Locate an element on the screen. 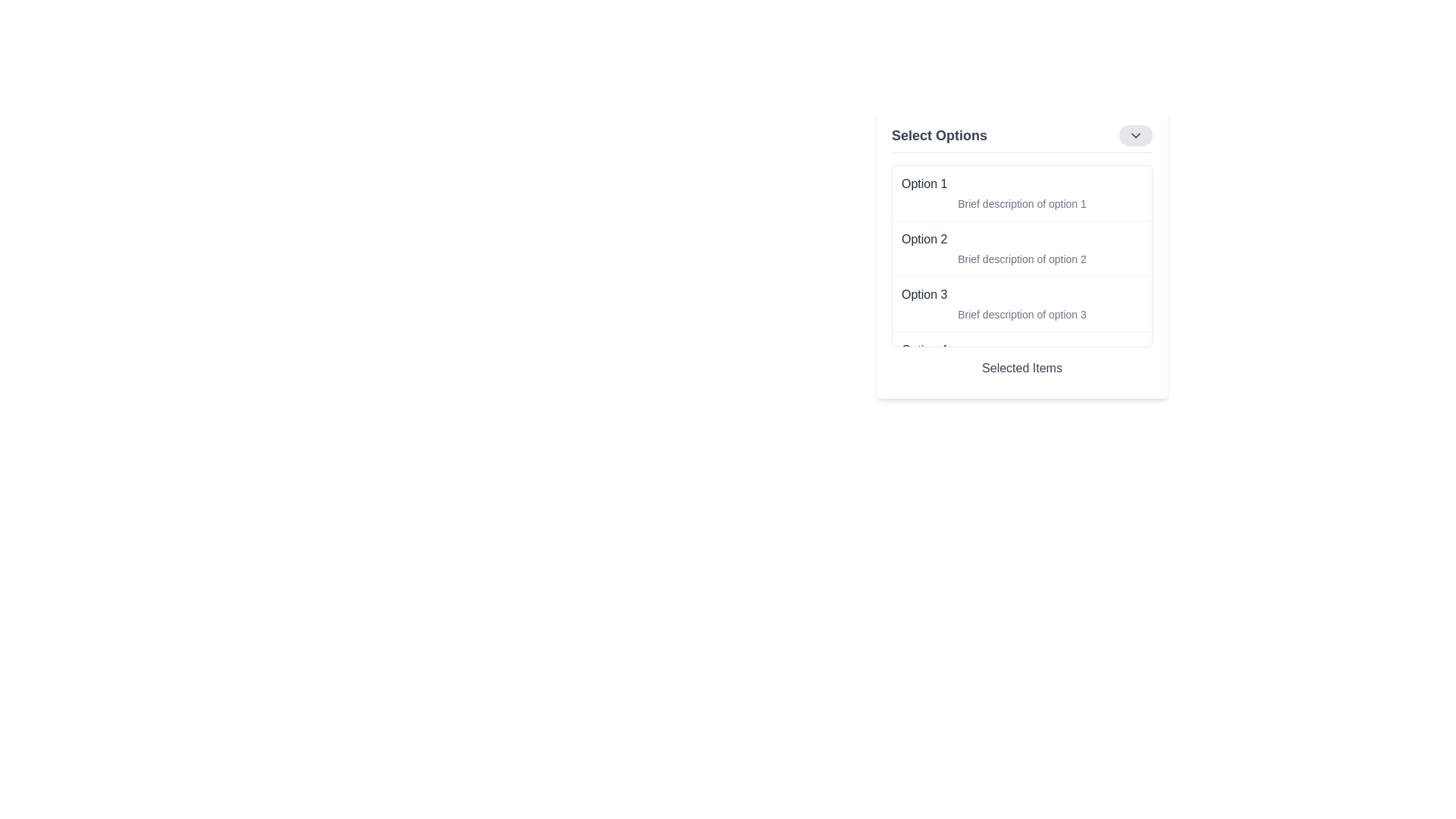  the static text label for the third item in the list under 'Select Options', positioned between 'Option 2' and 'Option 4' is located at coordinates (924, 295).